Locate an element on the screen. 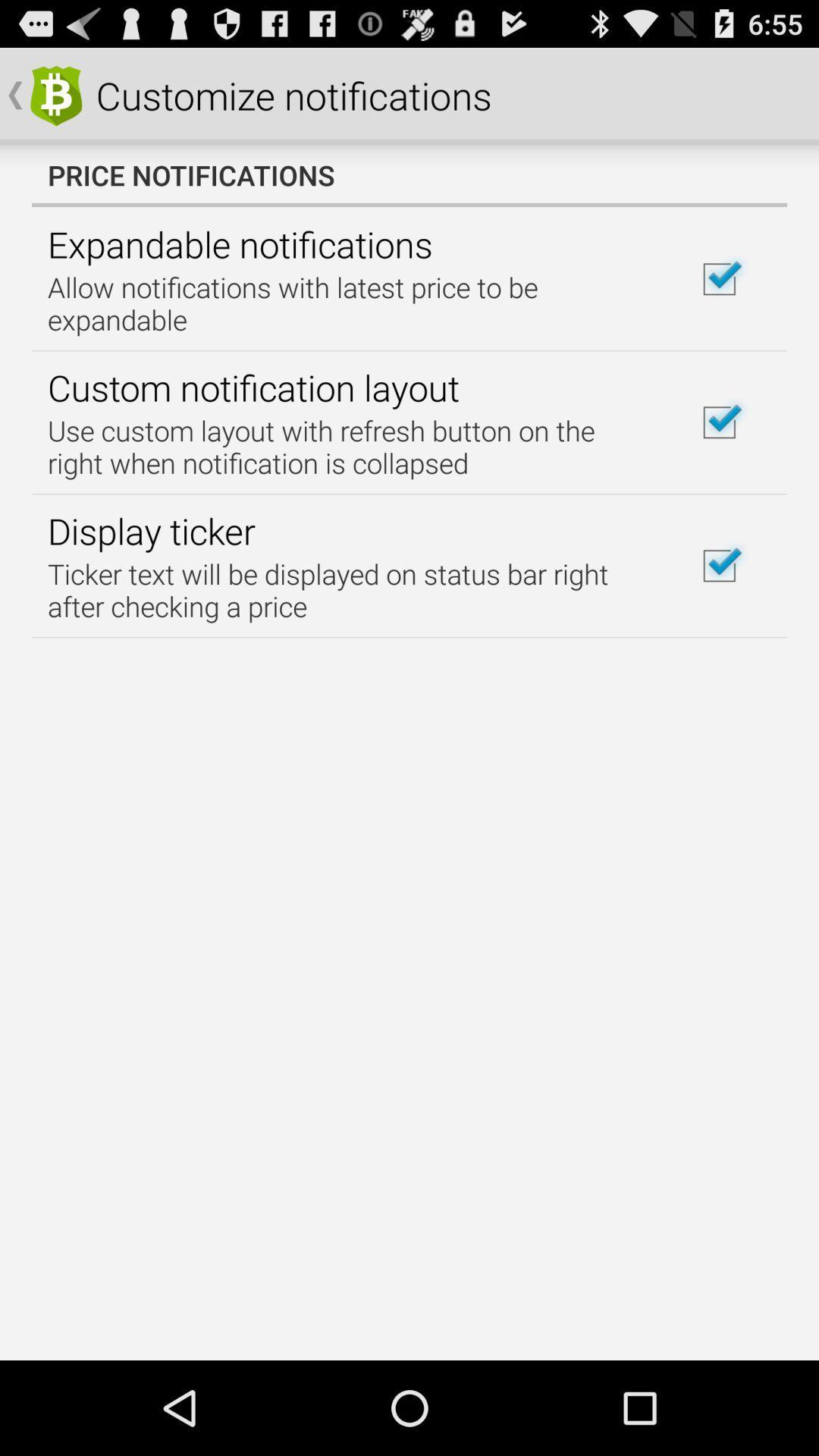 Image resolution: width=819 pixels, height=1456 pixels. the ticker text will is located at coordinates (351, 589).